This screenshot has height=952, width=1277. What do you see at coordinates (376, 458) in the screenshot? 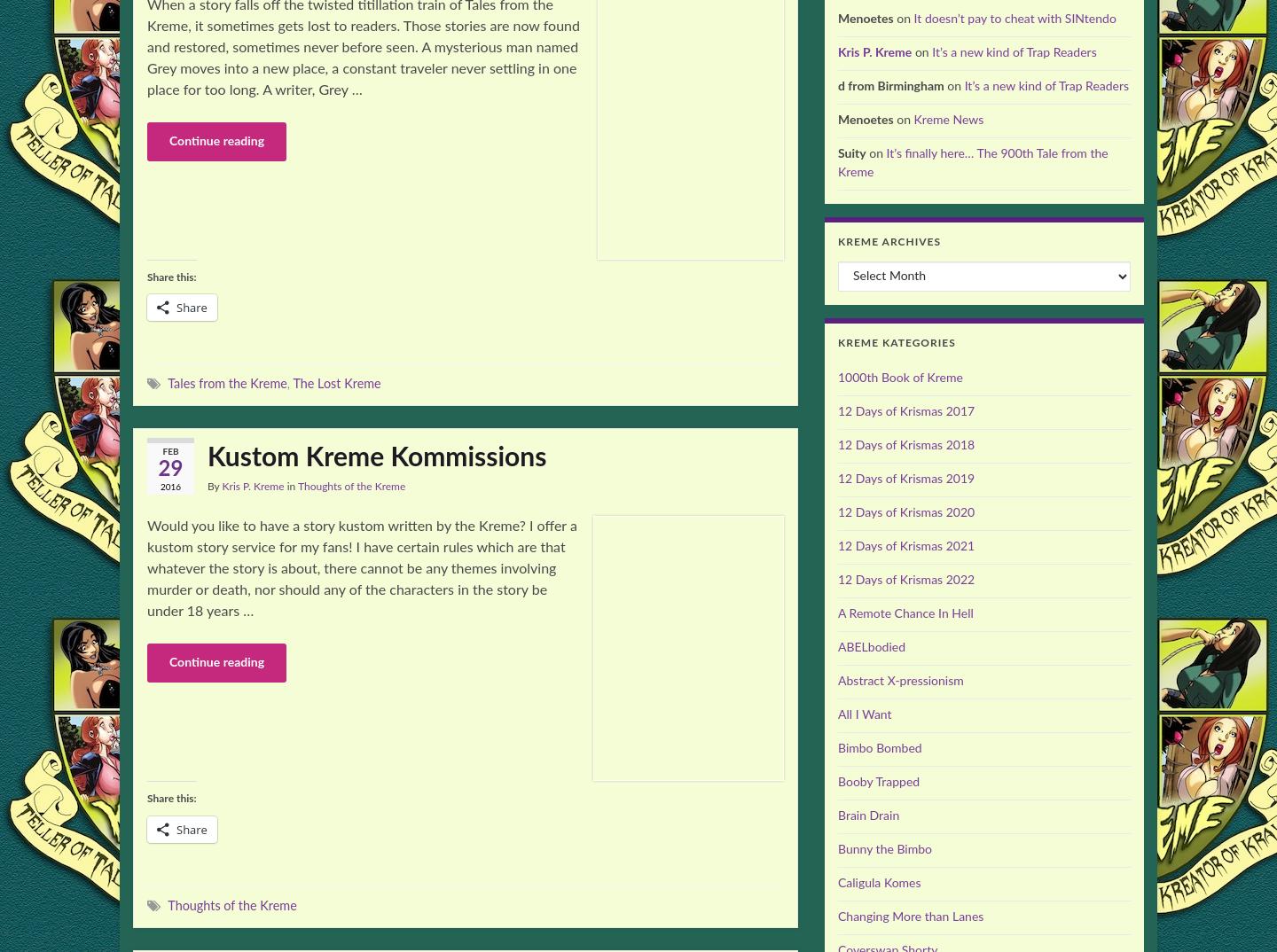
I see `'Kustom Kreme Kommissions'` at bounding box center [376, 458].